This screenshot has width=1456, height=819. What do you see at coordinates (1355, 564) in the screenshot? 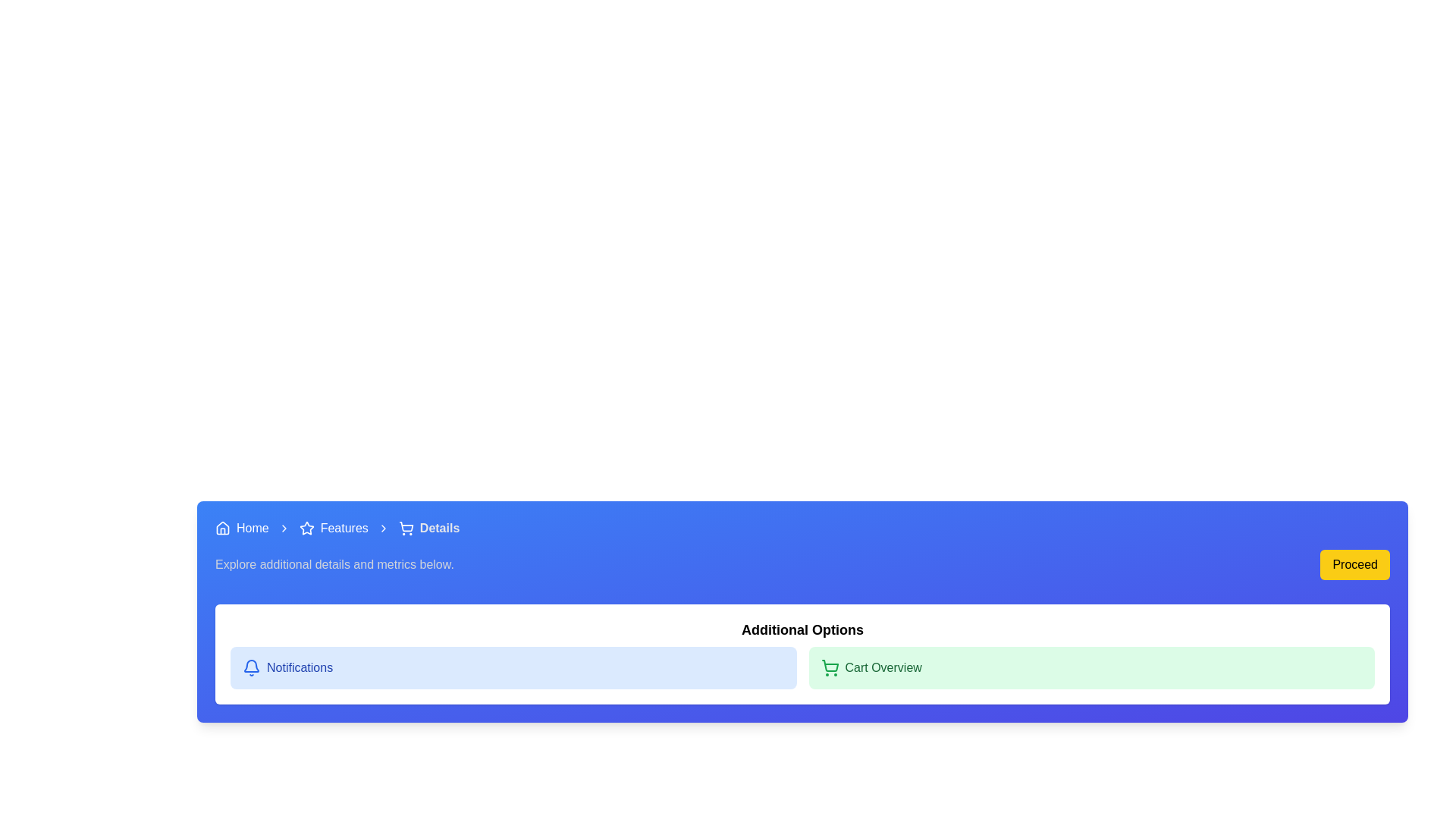
I see `the call-to-action button located at the top-right corner within a blue section of the interface, aligned to the right of the text 'Explore additional details and metrics below'` at bounding box center [1355, 564].